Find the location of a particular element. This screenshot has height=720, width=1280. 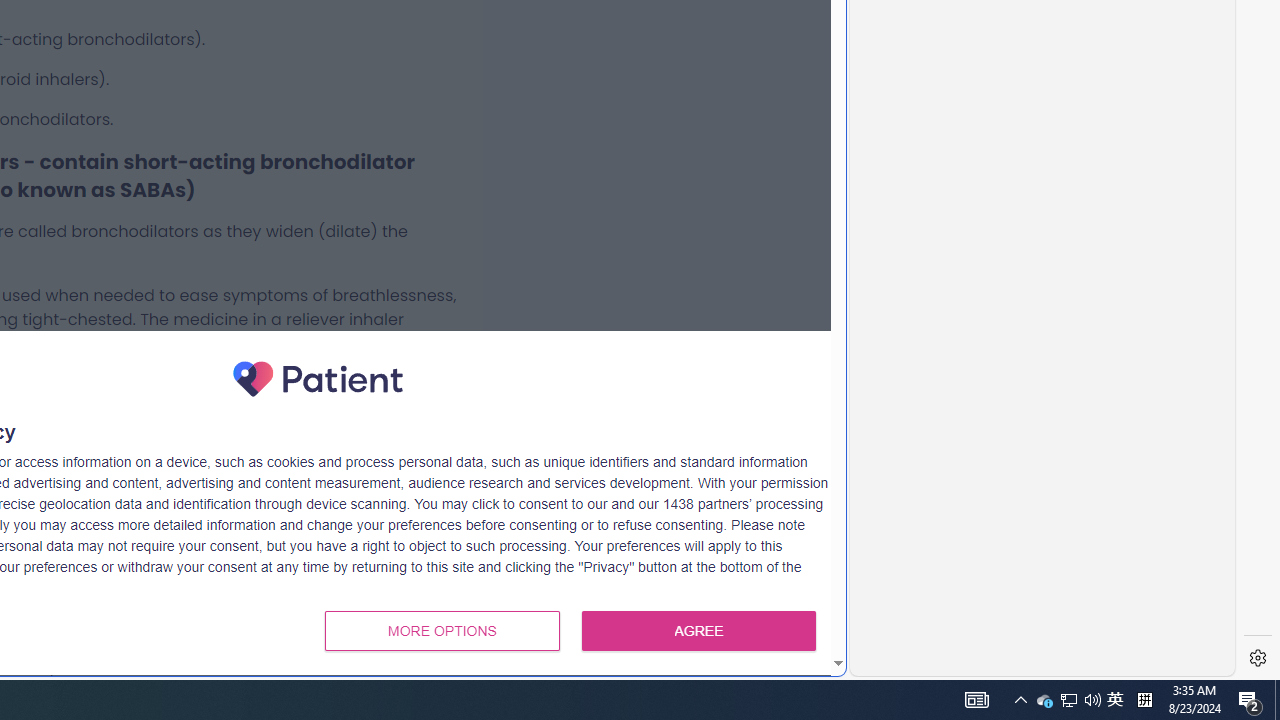

'Publisher Logo' is located at coordinates (317, 378).